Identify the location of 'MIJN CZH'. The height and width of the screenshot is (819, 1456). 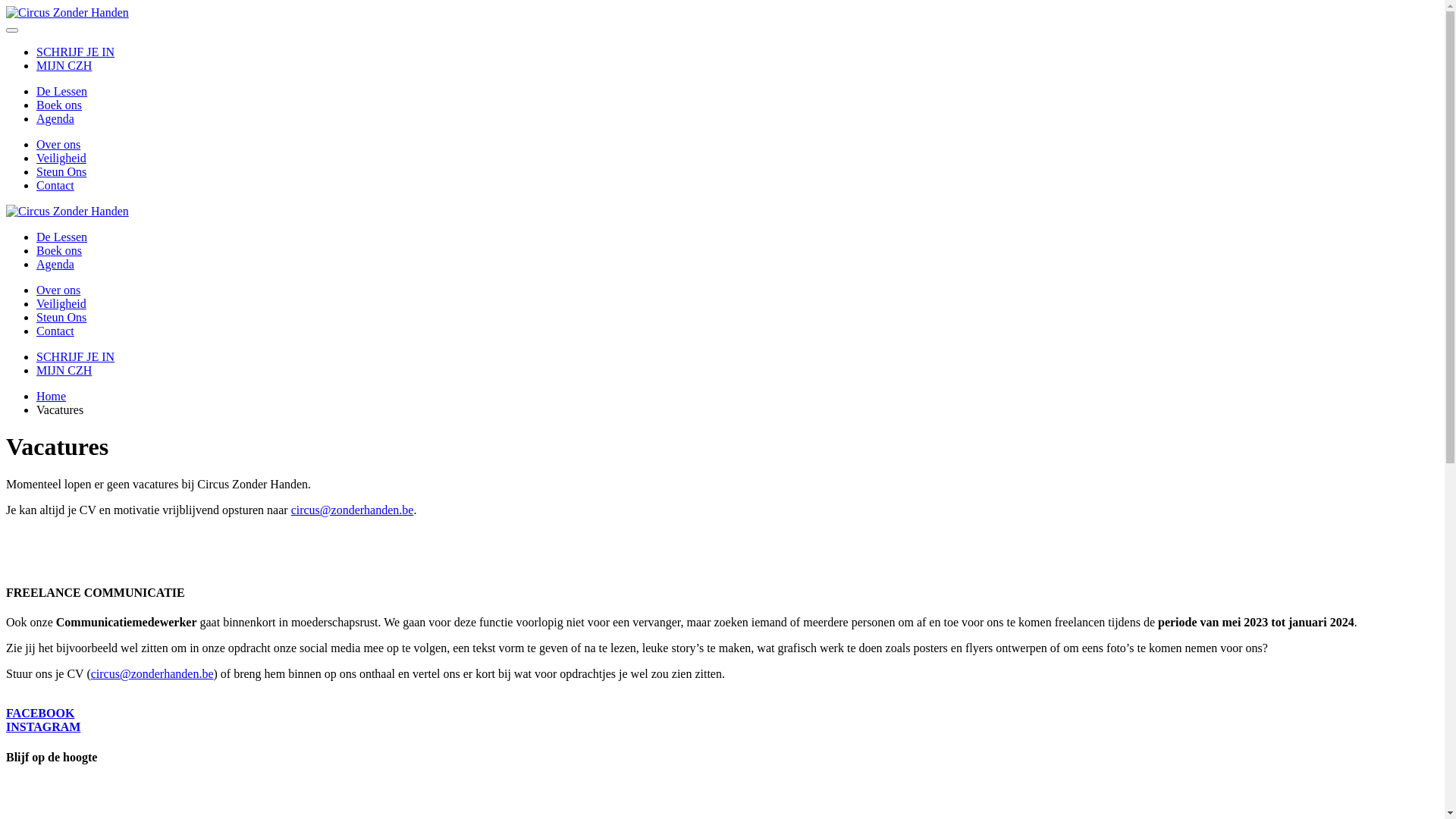
(63, 64).